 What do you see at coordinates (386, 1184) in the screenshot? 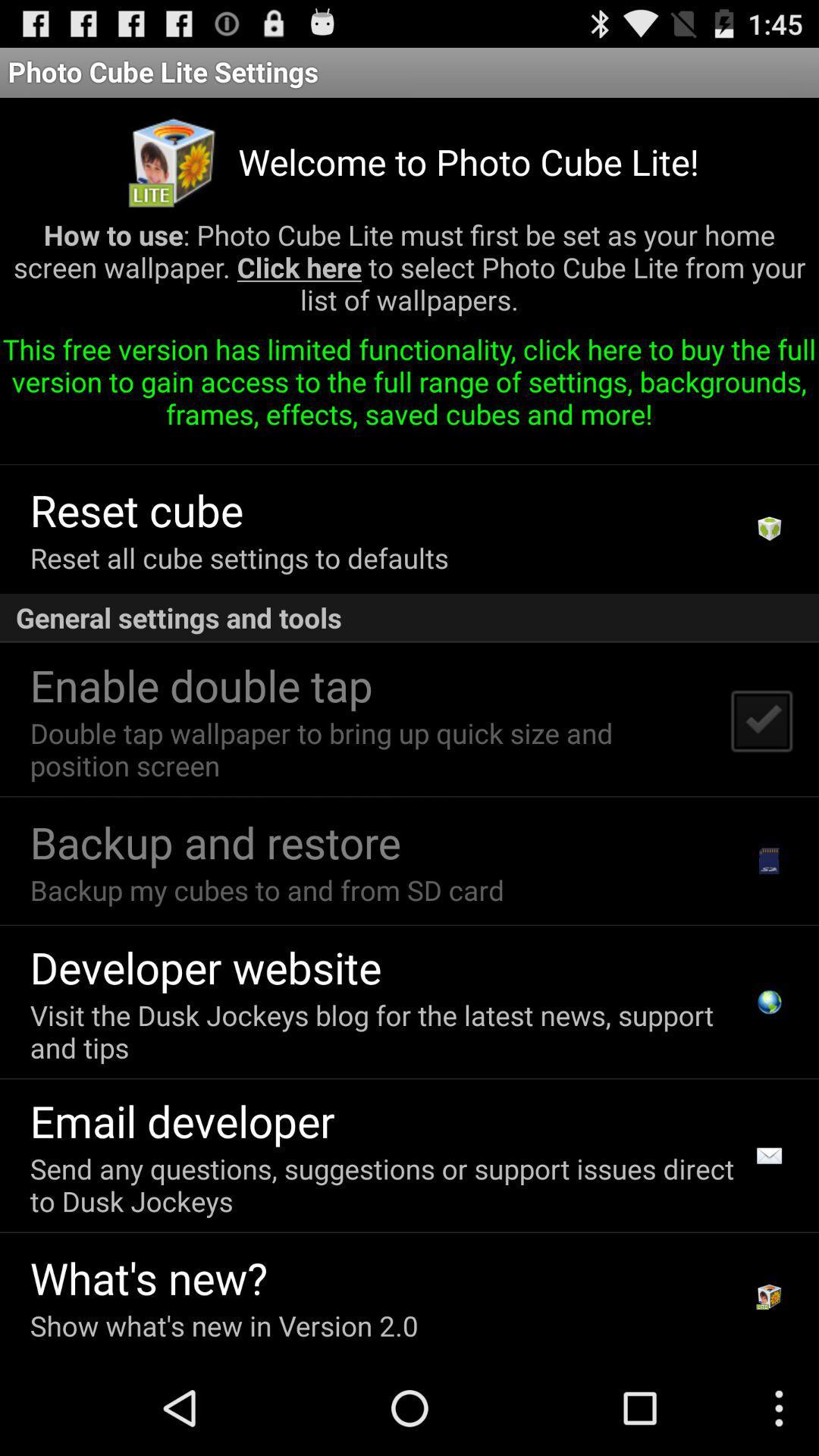
I see `send any questions icon` at bounding box center [386, 1184].